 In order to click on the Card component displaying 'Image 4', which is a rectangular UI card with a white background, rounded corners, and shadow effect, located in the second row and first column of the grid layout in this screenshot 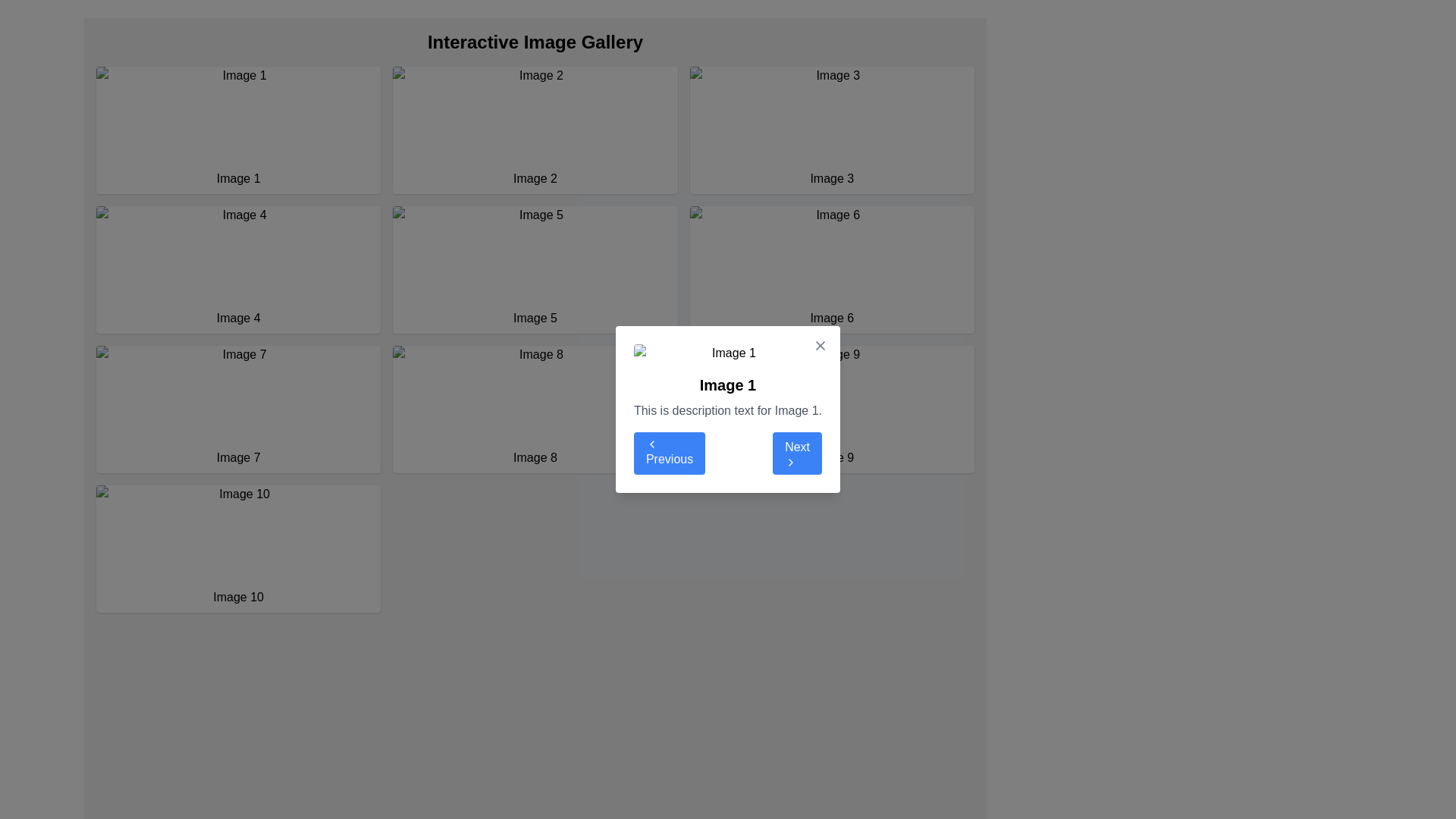, I will do `click(237, 268)`.